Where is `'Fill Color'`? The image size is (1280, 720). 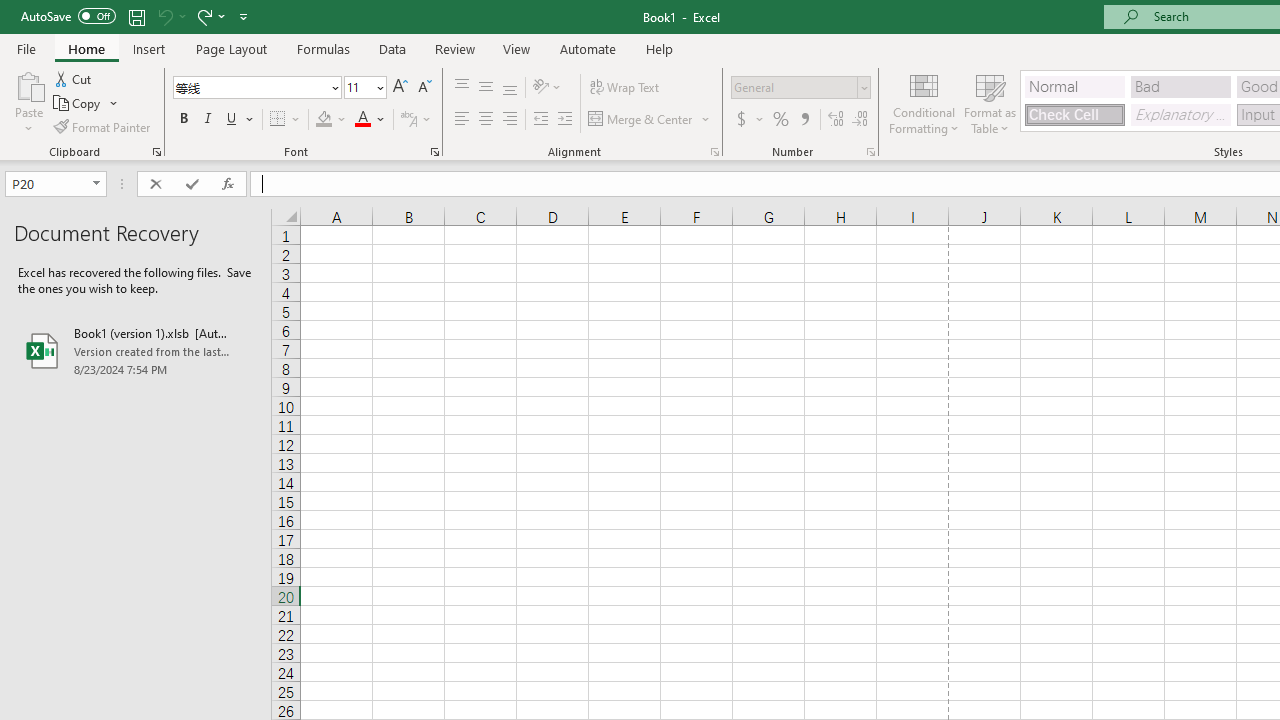
'Fill Color' is located at coordinates (331, 119).